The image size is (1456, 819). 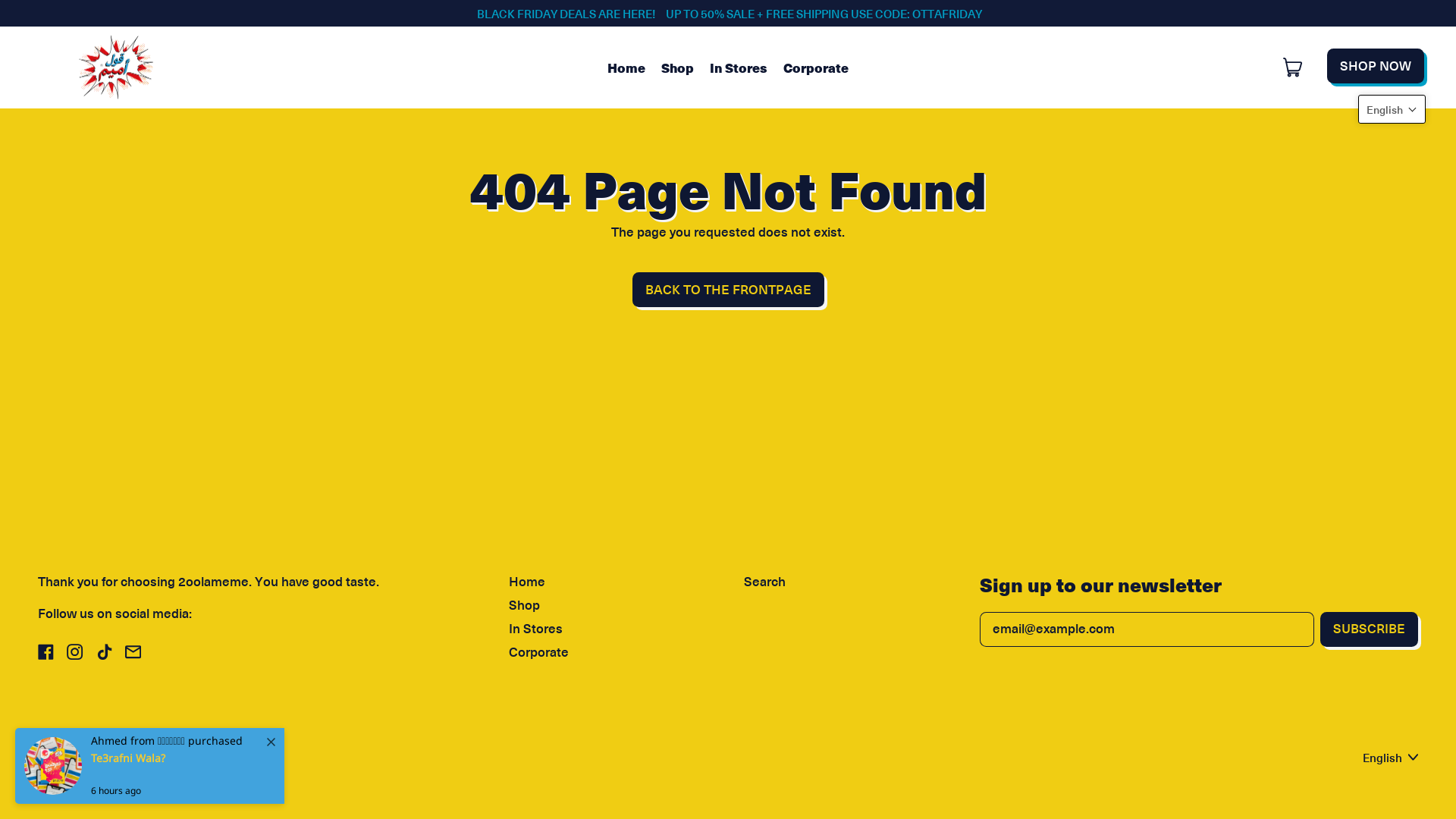 What do you see at coordinates (598, 66) in the screenshot?
I see `'Home'` at bounding box center [598, 66].